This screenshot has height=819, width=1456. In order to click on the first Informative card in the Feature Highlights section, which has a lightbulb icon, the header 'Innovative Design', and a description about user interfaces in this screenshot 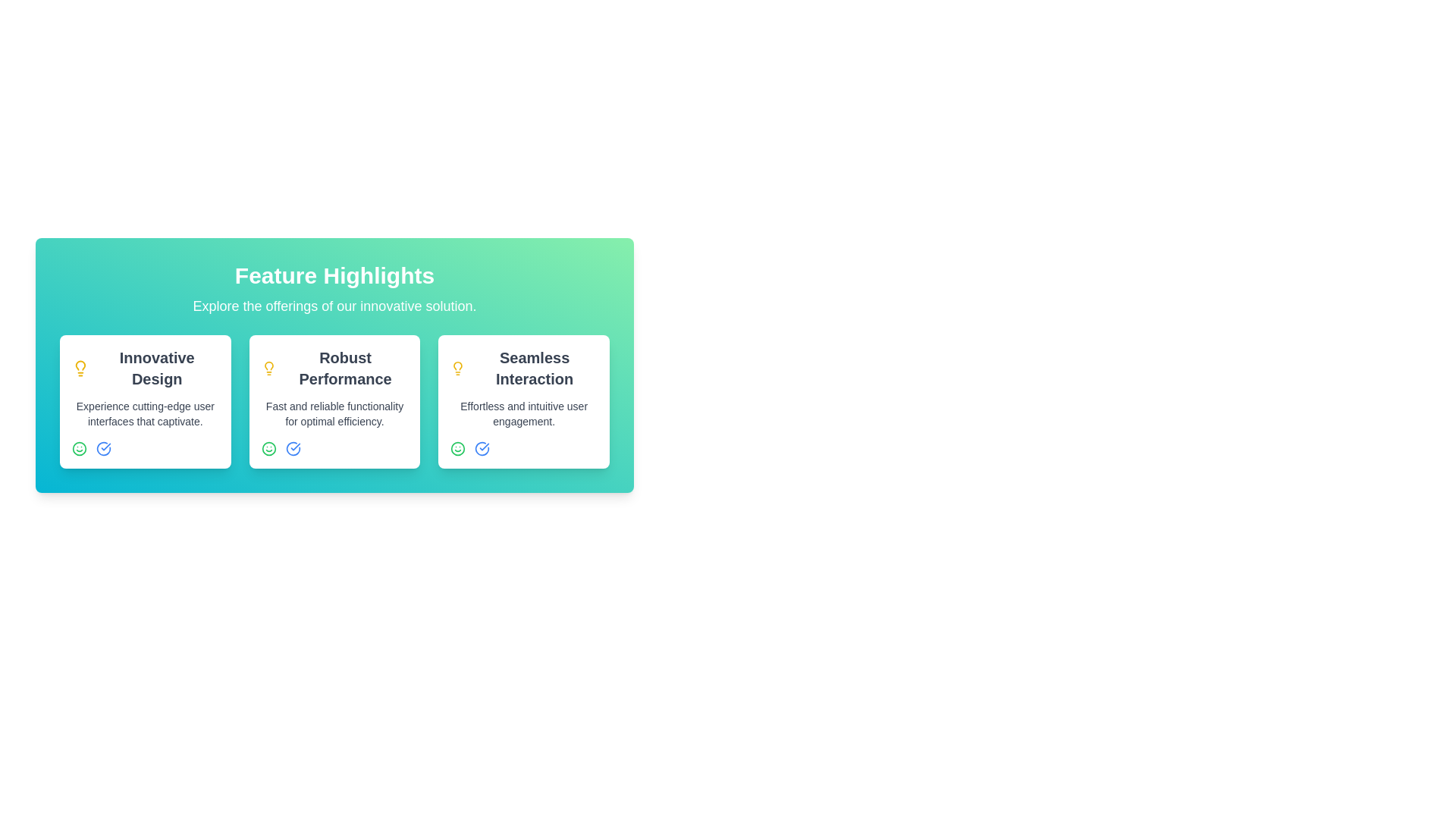, I will do `click(145, 400)`.